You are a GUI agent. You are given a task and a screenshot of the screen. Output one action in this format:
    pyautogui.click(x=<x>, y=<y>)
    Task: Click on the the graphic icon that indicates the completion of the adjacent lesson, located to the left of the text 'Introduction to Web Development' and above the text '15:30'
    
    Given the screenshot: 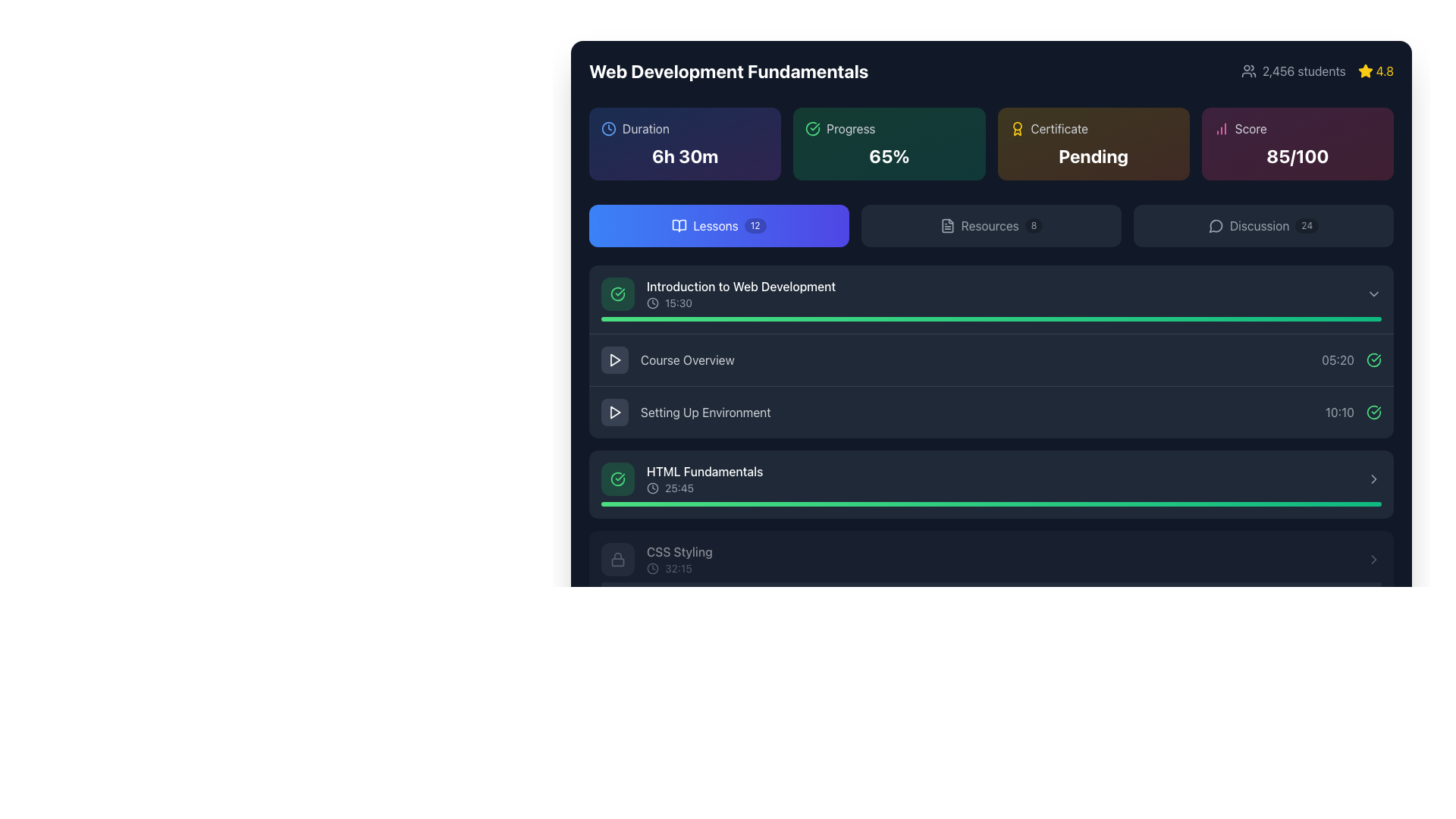 What is the action you would take?
    pyautogui.click(x=618, y=294)
    